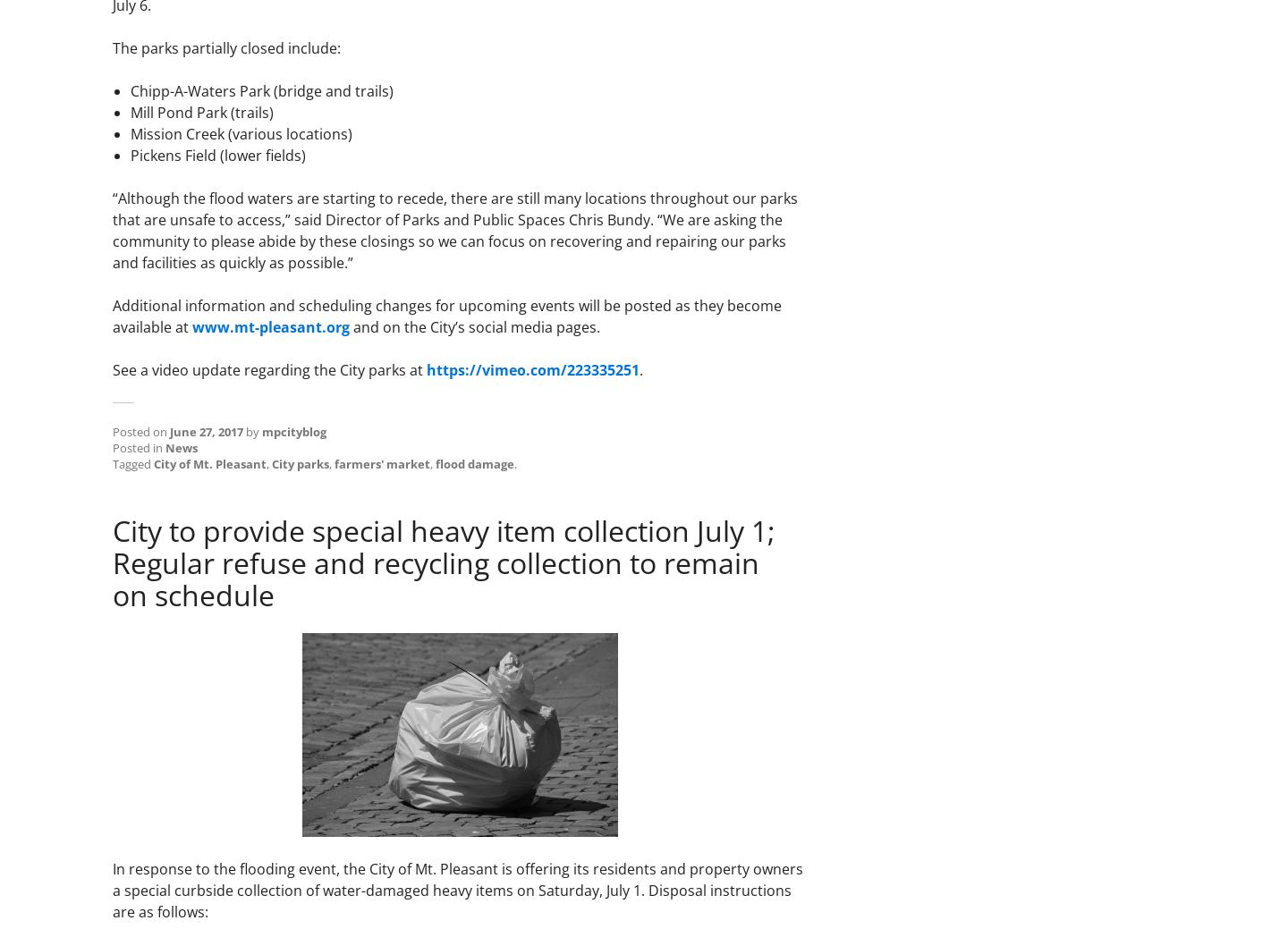  Describe the element at coordinates (474, 326) in the screenshot. I see `'and on the City’s social media pages.'` at that location.